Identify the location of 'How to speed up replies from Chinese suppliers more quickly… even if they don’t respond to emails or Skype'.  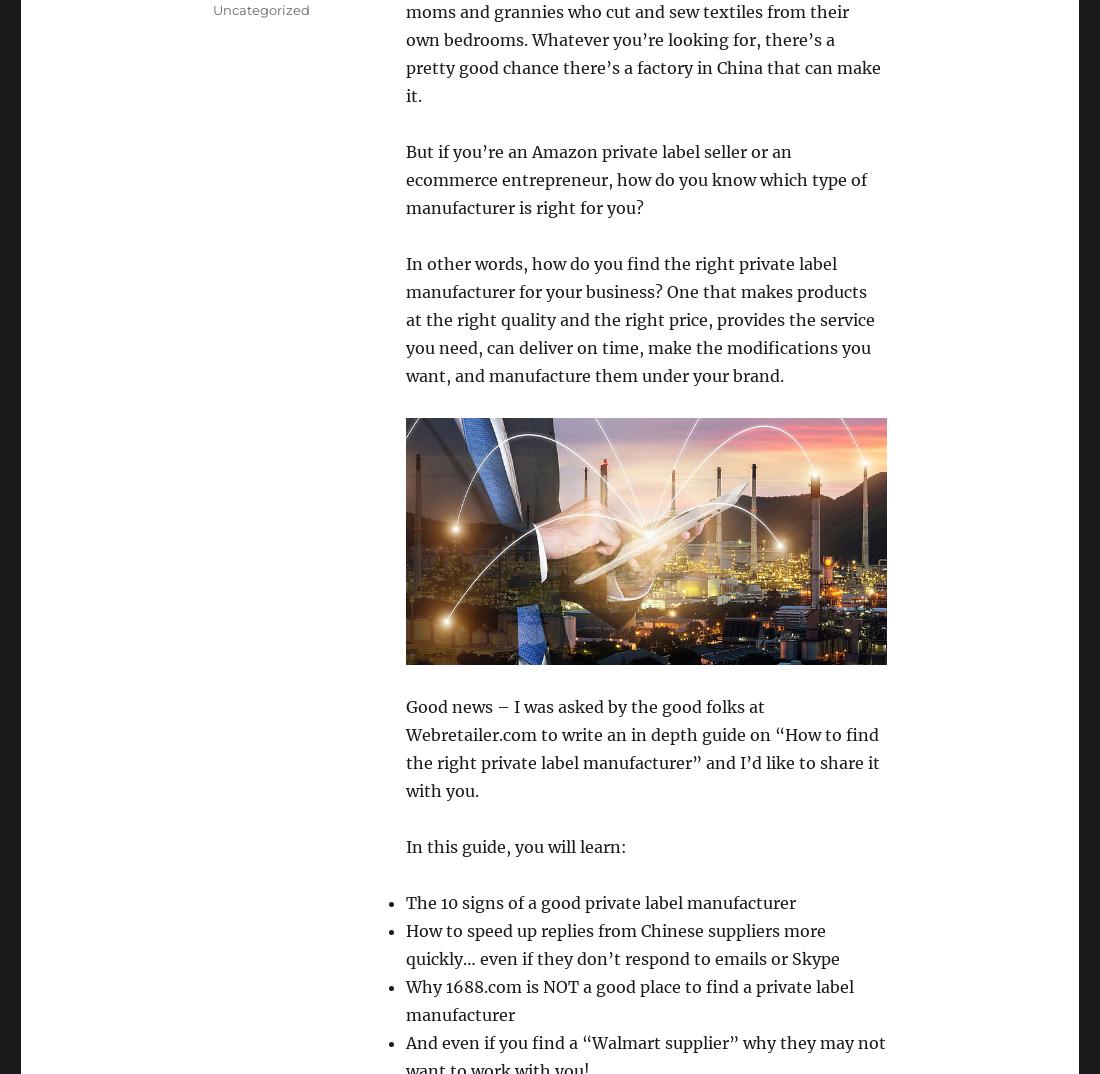
(622, 944).